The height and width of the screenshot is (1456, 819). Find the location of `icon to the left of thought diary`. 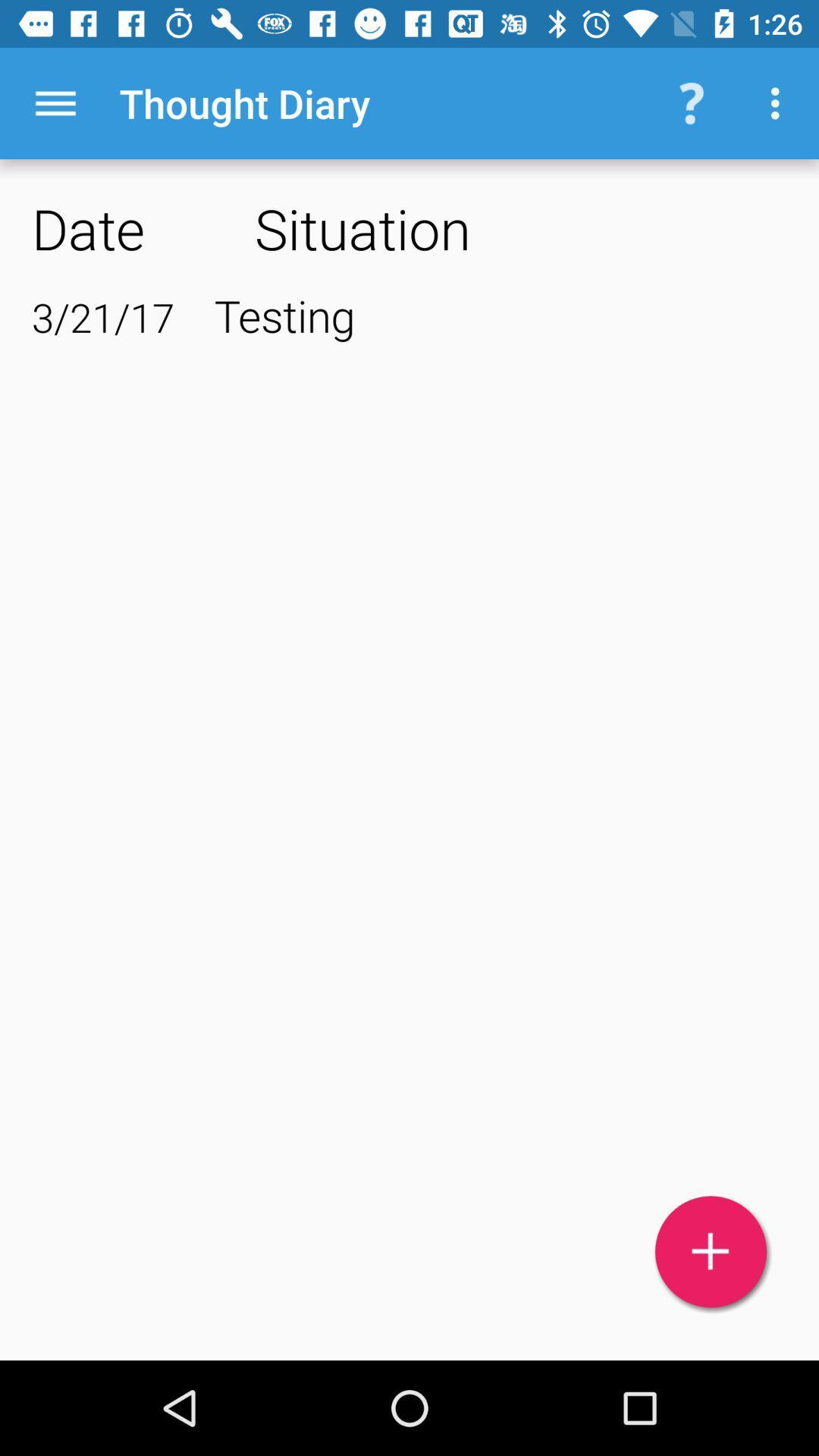

icon to the left of thought diary is located at coordinates (55, 102).